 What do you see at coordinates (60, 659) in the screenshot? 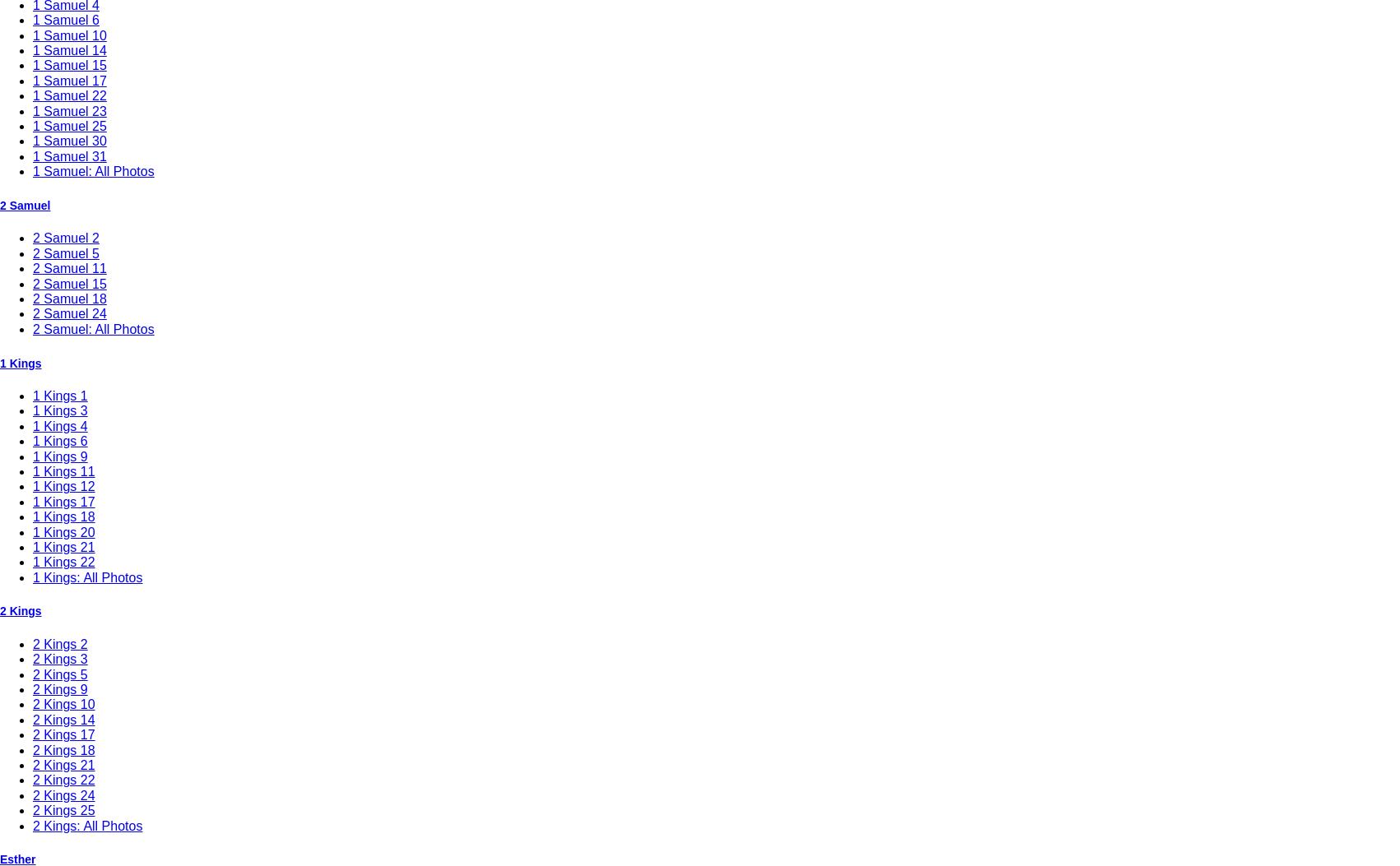
I see `'2 Kings 3'` at bounding box center [60, 659].